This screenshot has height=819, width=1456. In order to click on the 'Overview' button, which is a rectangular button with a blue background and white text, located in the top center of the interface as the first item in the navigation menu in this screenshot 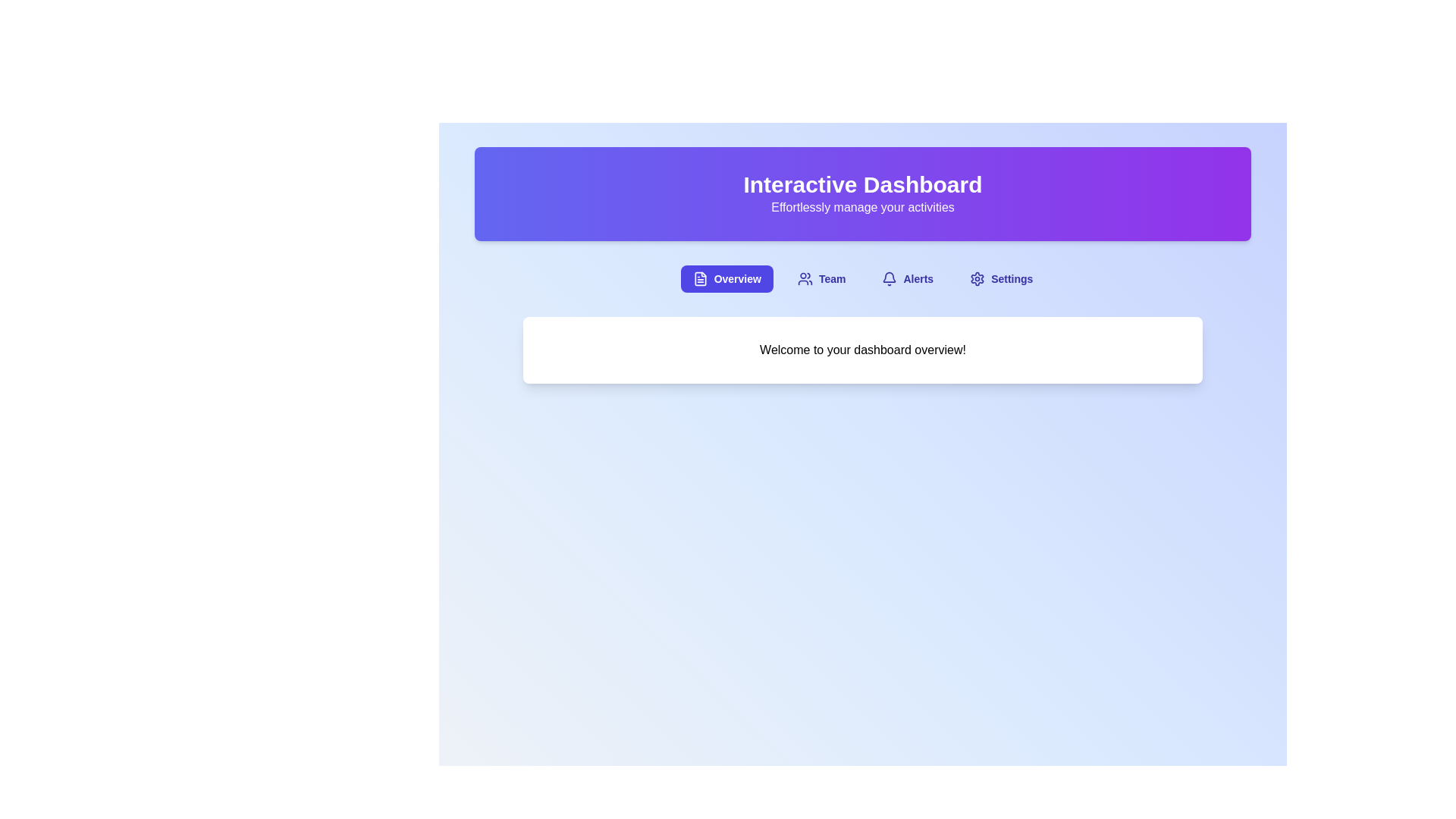, I will do `click(726, 278)`.